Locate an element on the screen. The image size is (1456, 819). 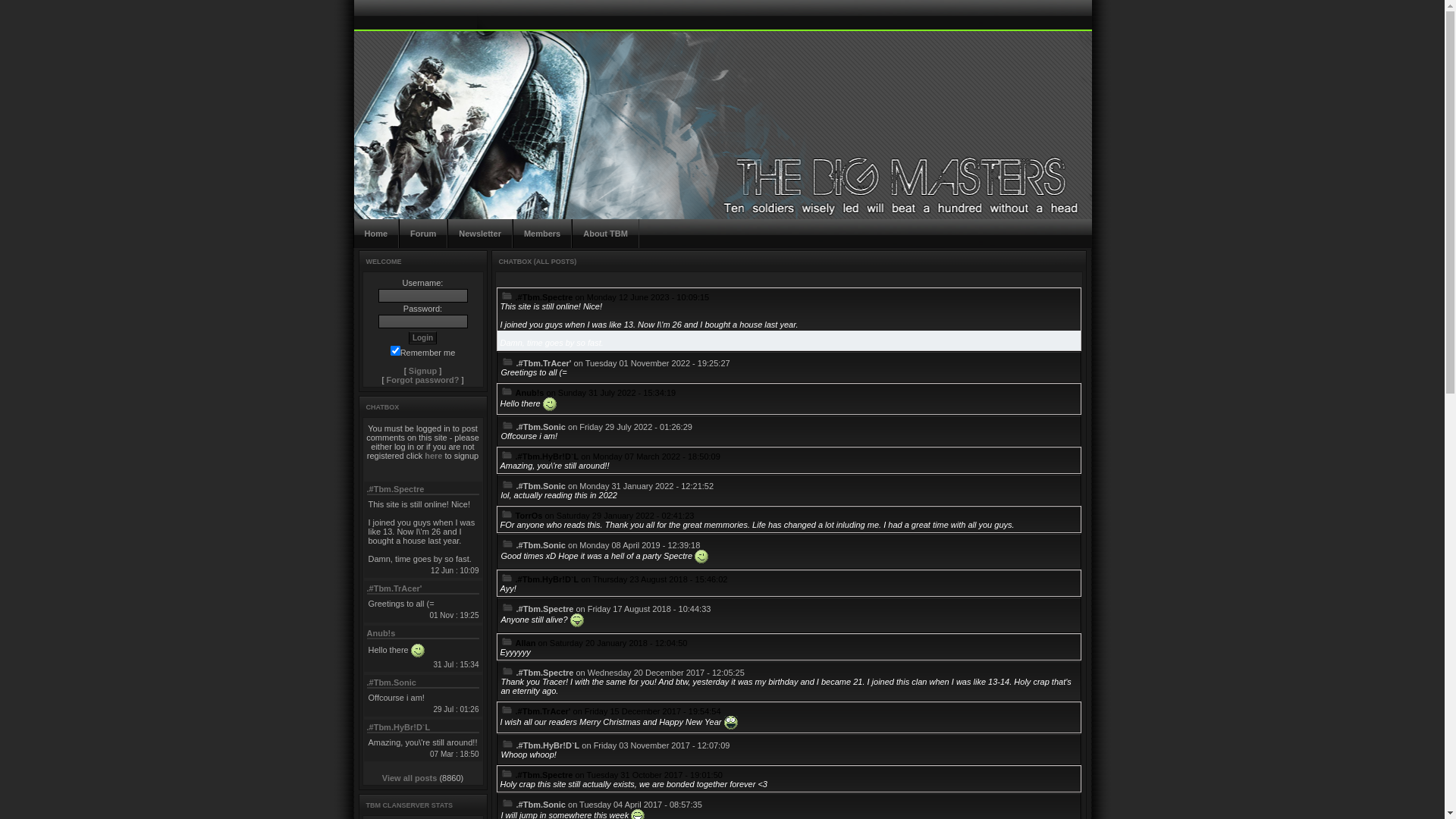
'Signup' is located at coordinates (408, 371).